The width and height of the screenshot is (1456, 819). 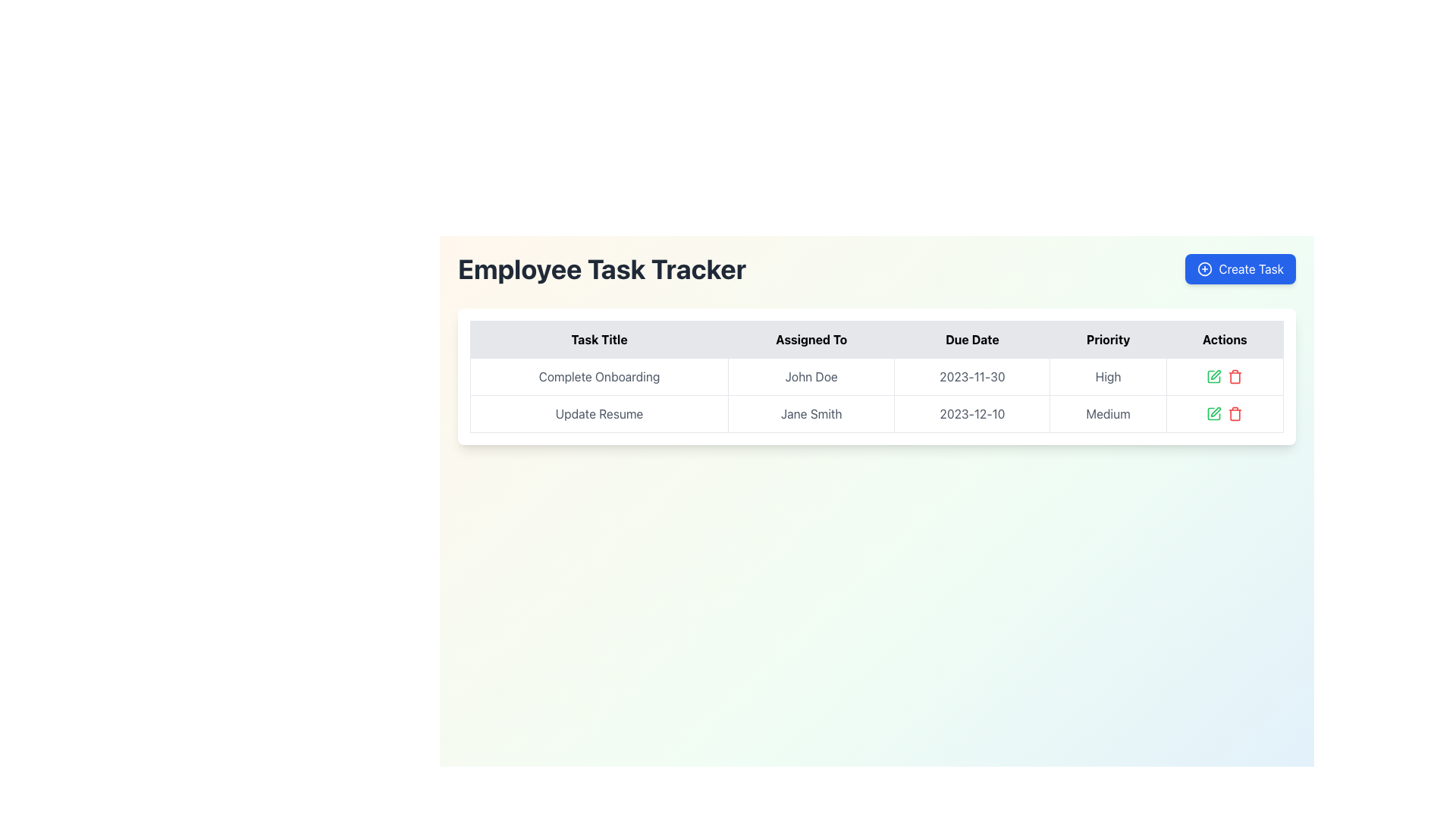 What do you see at coordinates (1235, 376) in the screenshot?
I see `the red trash bin icon in the 'Actions' column of the second row that corresponds to the task 'Update Resume'` at bounding box center [1235, 376].